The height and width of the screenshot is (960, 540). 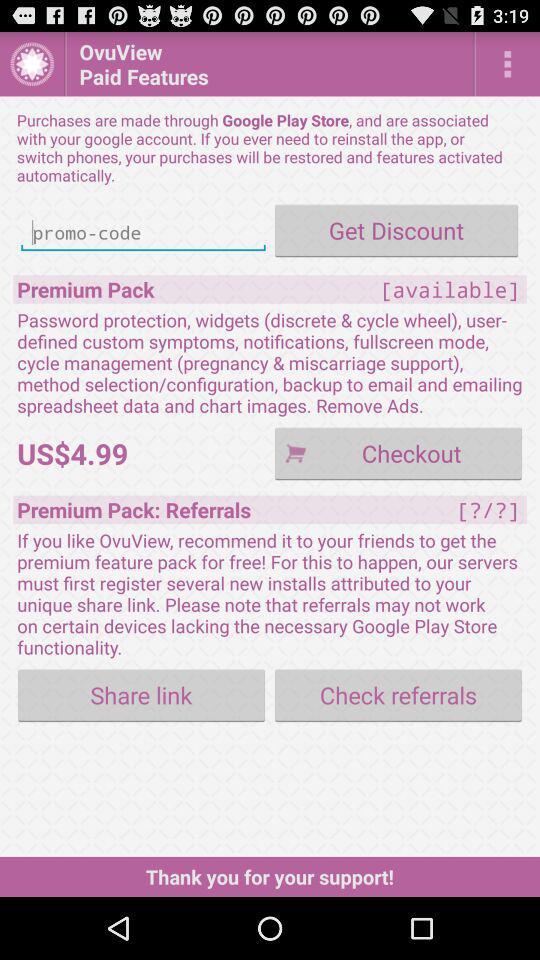 What do you see at coordinates (398, 695) in the screenshot?
I see `icon to the right of the share link button` at bounding box center [398, 695].